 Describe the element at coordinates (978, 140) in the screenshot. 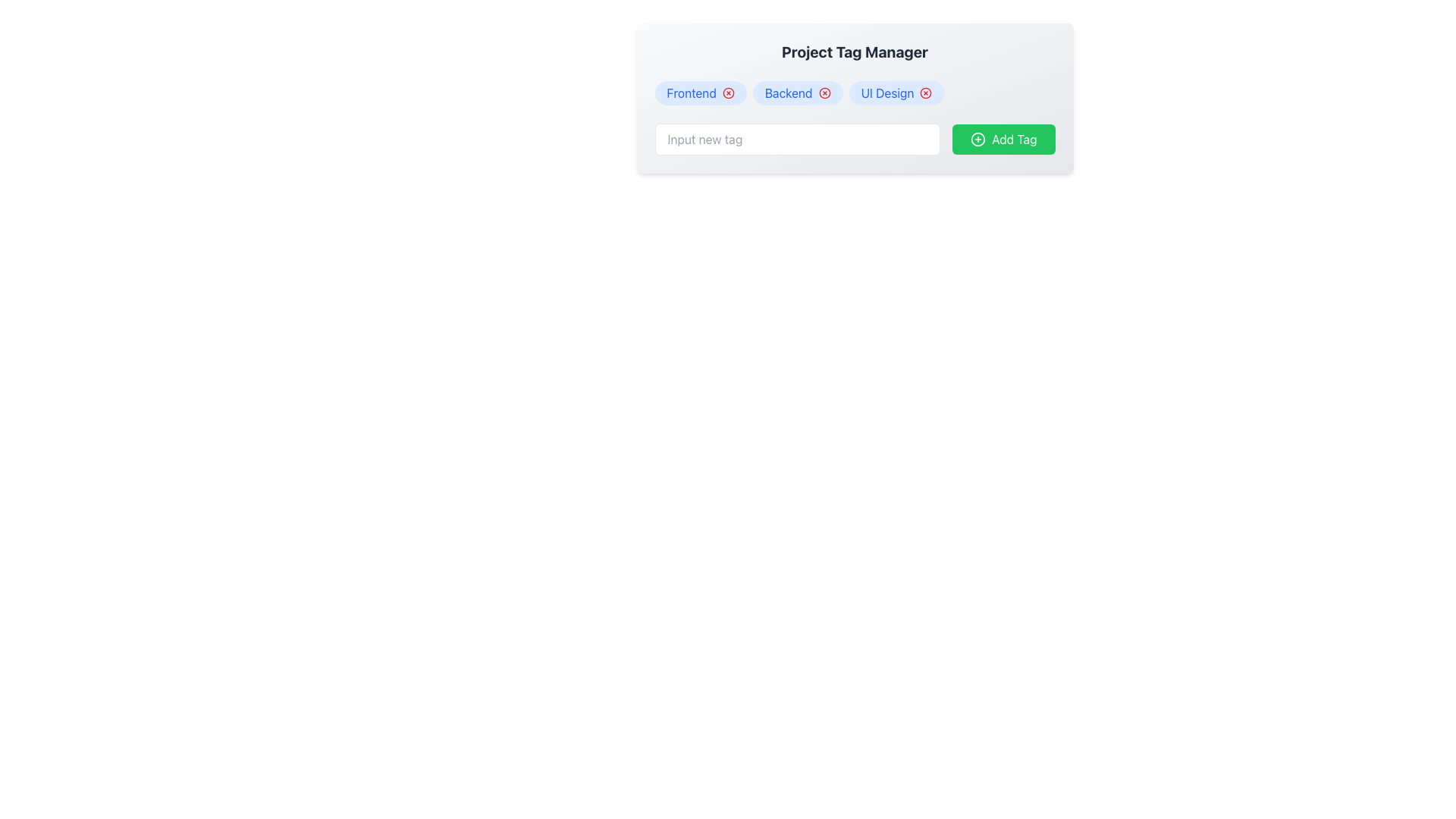

I see `the '+' icon located within the 'Add Tag' button` at that location.